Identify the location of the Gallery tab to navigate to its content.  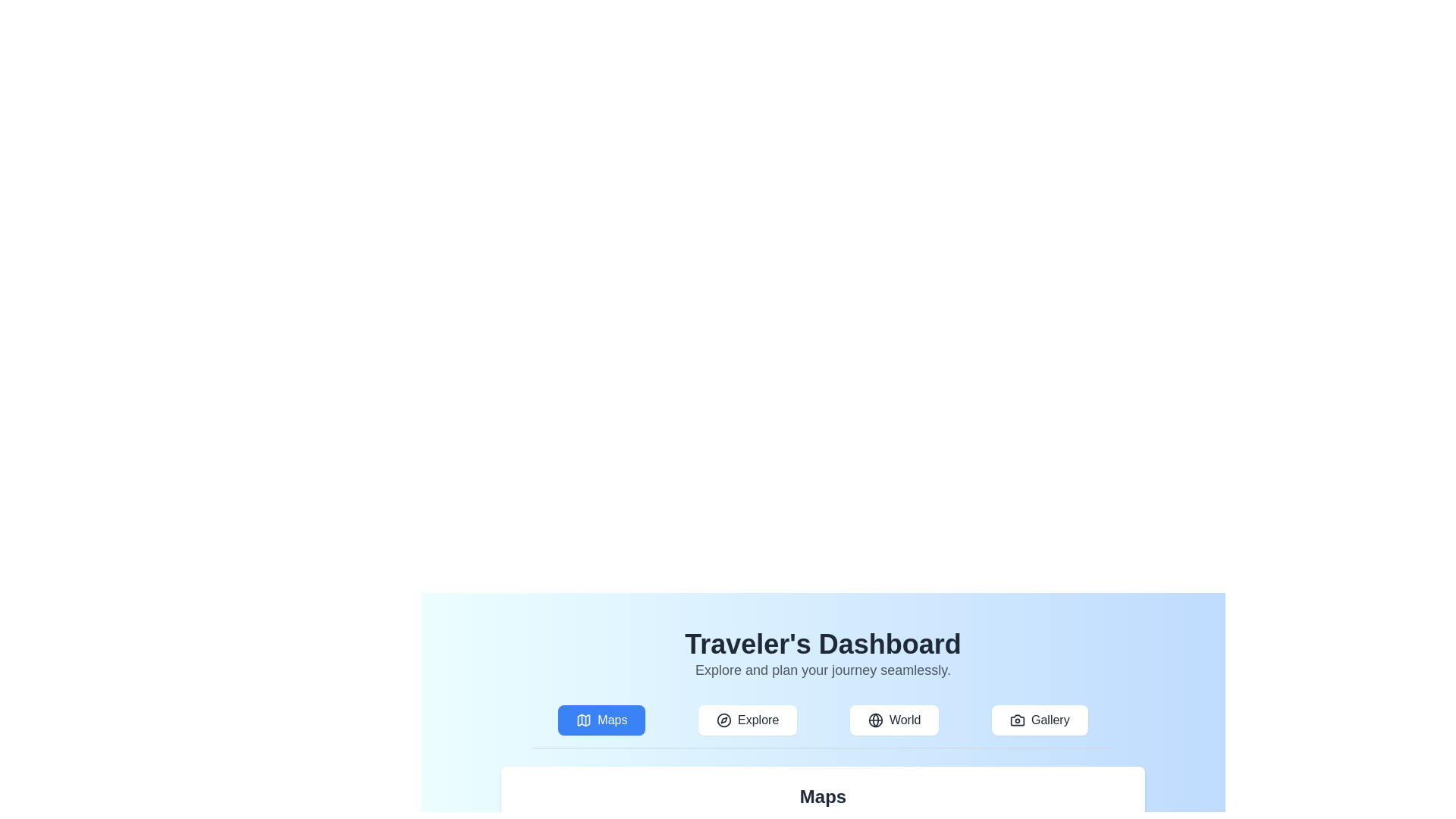
(1039, 719).